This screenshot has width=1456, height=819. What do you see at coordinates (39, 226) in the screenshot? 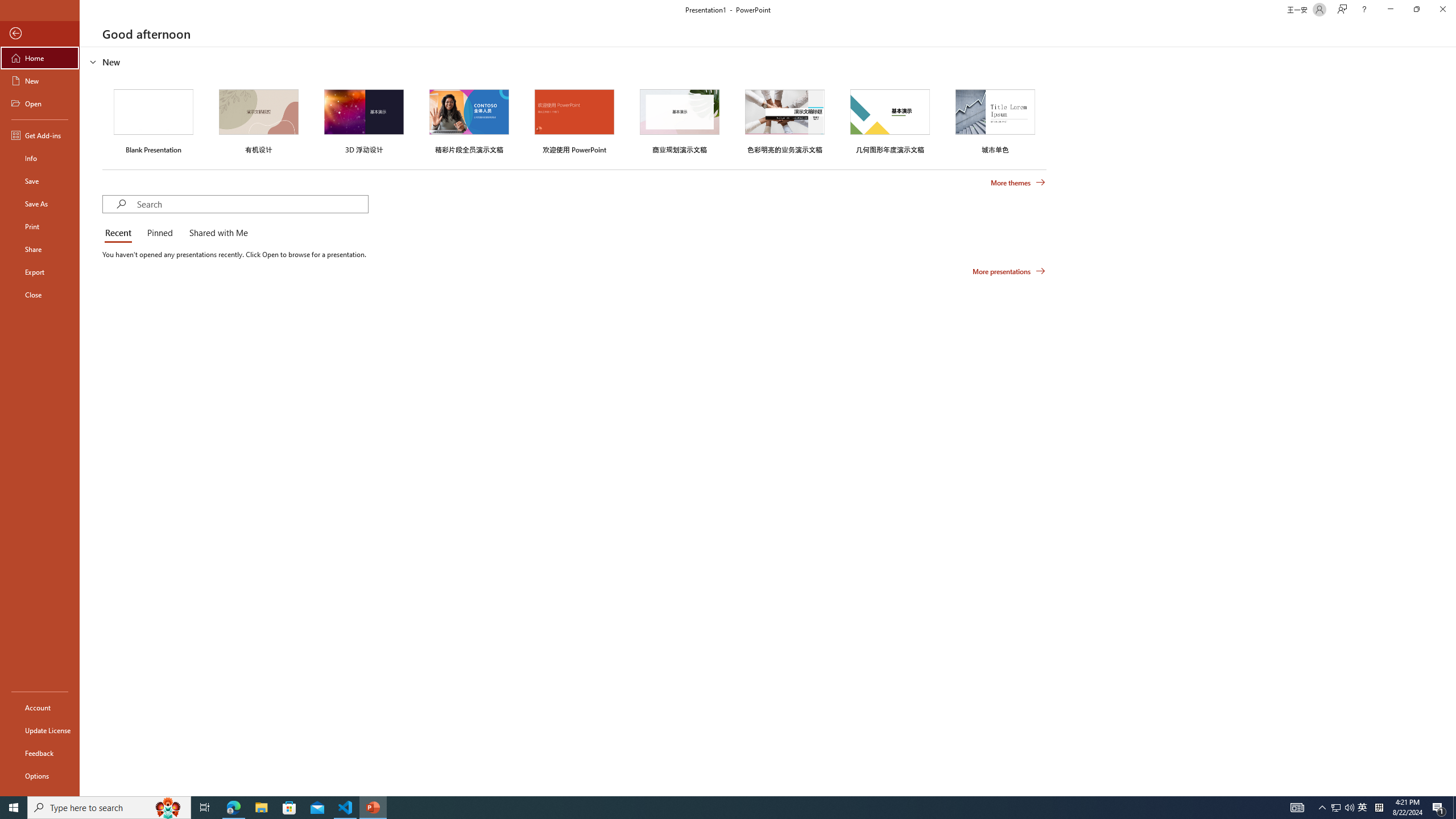
I see `'Print'` at bounding box center [39, 226].